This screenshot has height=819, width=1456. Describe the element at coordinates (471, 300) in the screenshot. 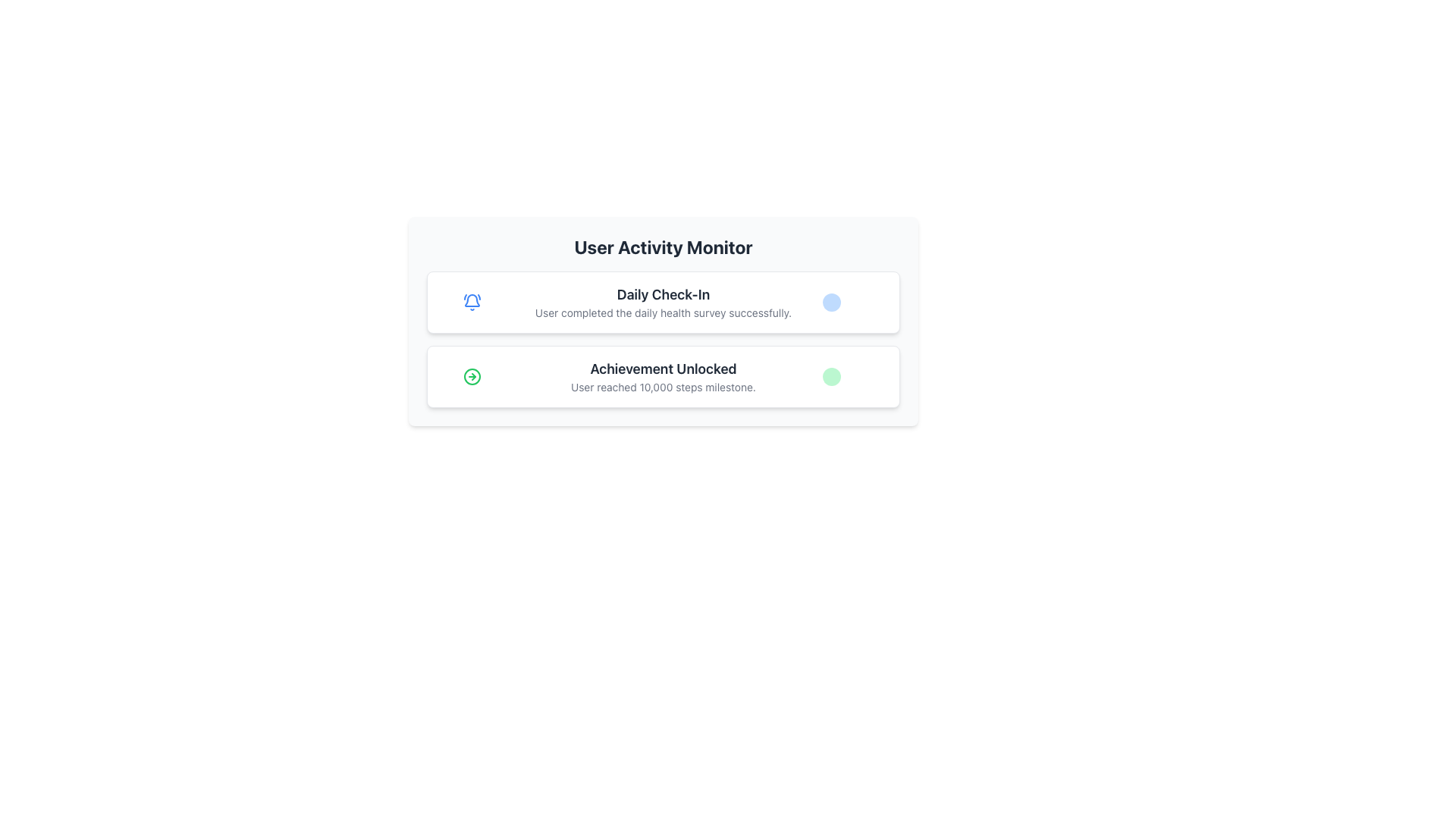

I see `the notification icon in the 'User Activity Monitor' section, which is visually centered above two list items` at that location.